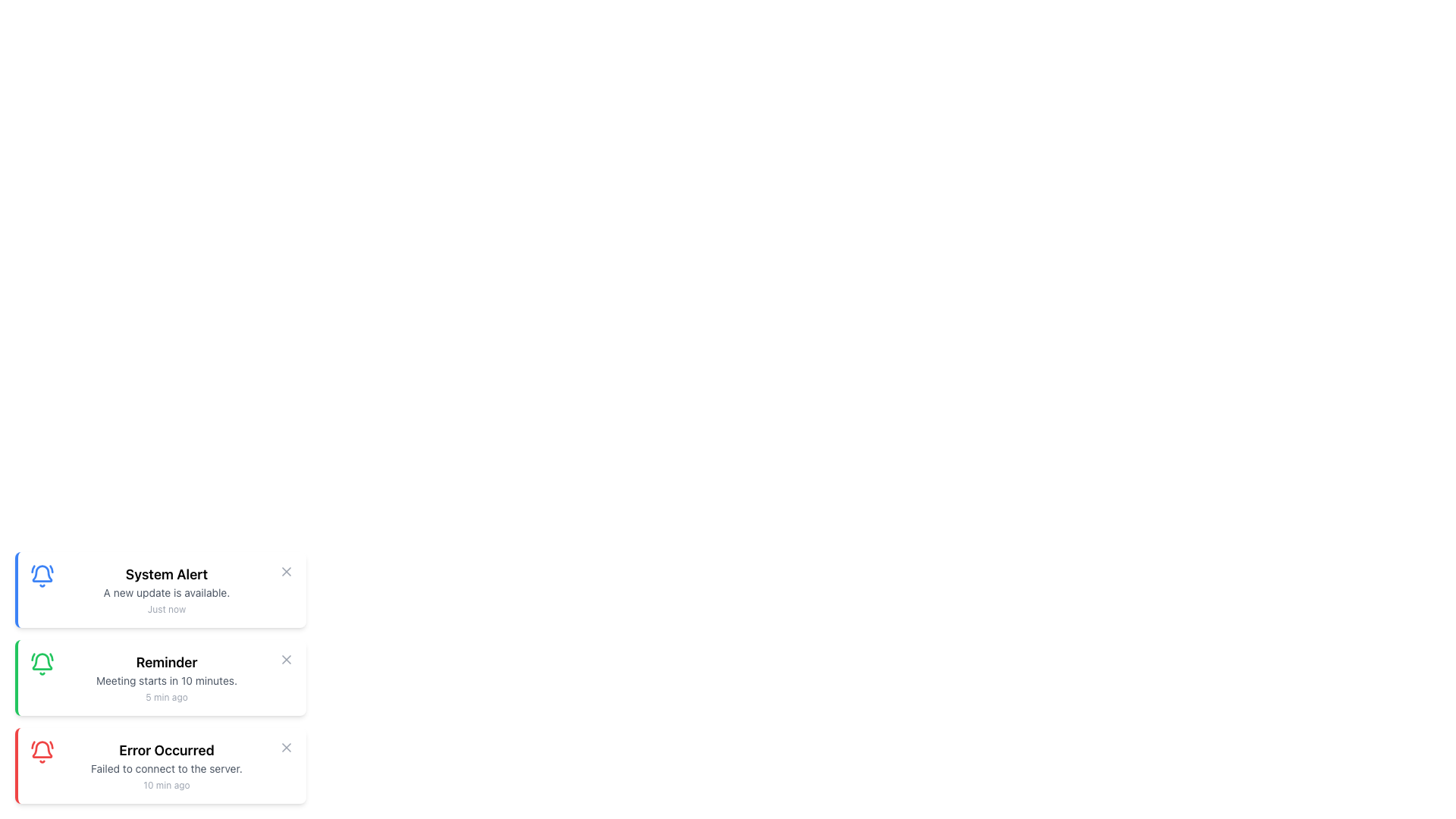 This screenshot has width=1456, height=819. What do you see at coordinates (167, 698) in the screenshot?
I see `the text displaying the time elapsed since the notification was created, located at the bottom of the 'Reminder' section, below 'Meeting starts in 10 minutes.'` at bounding box center [167, 698].